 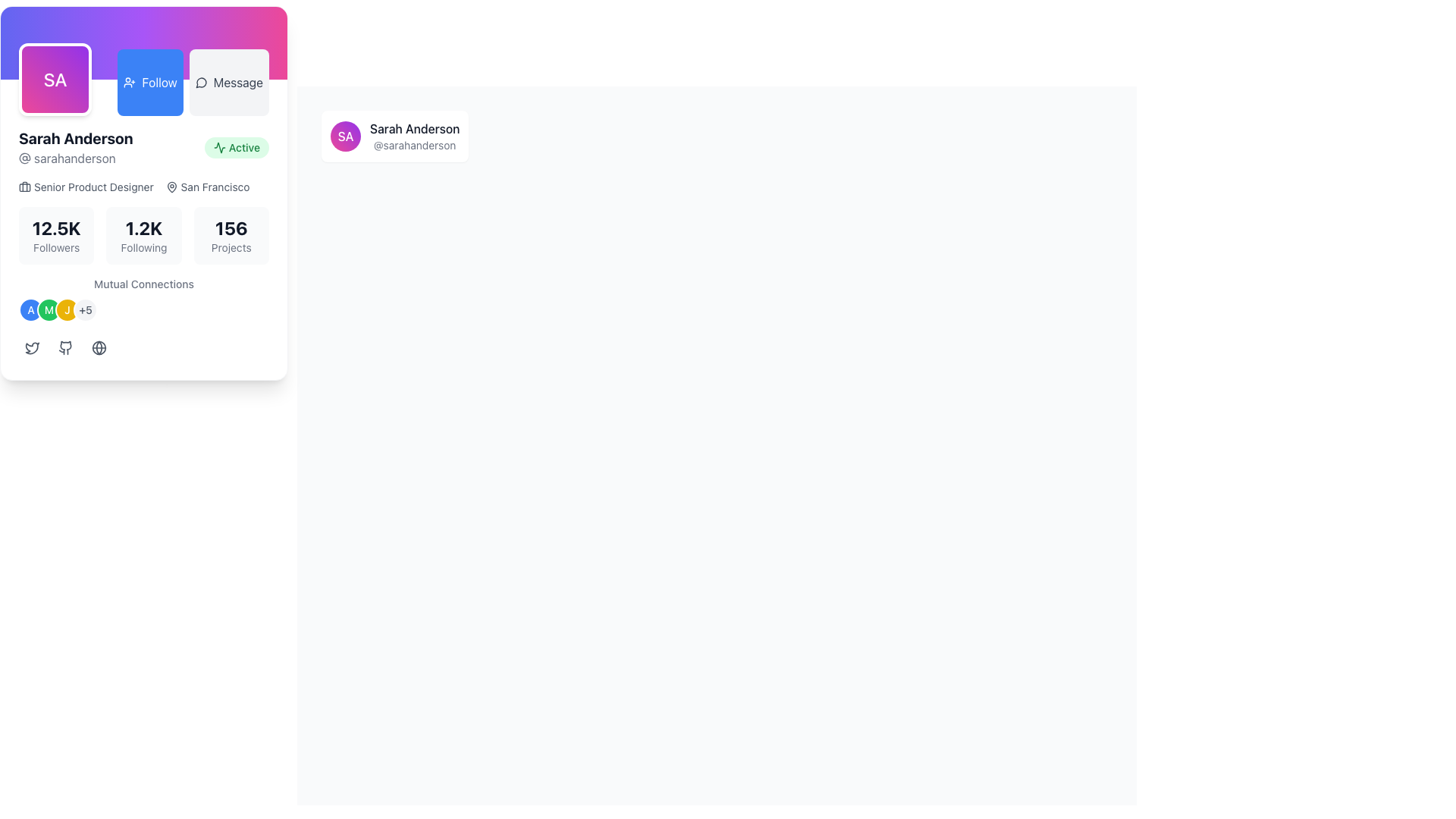 I want to click on the user's profile icon located in the top-left corner of the section containing interactive buttons and a user profile card, so click(x=55, y=79).